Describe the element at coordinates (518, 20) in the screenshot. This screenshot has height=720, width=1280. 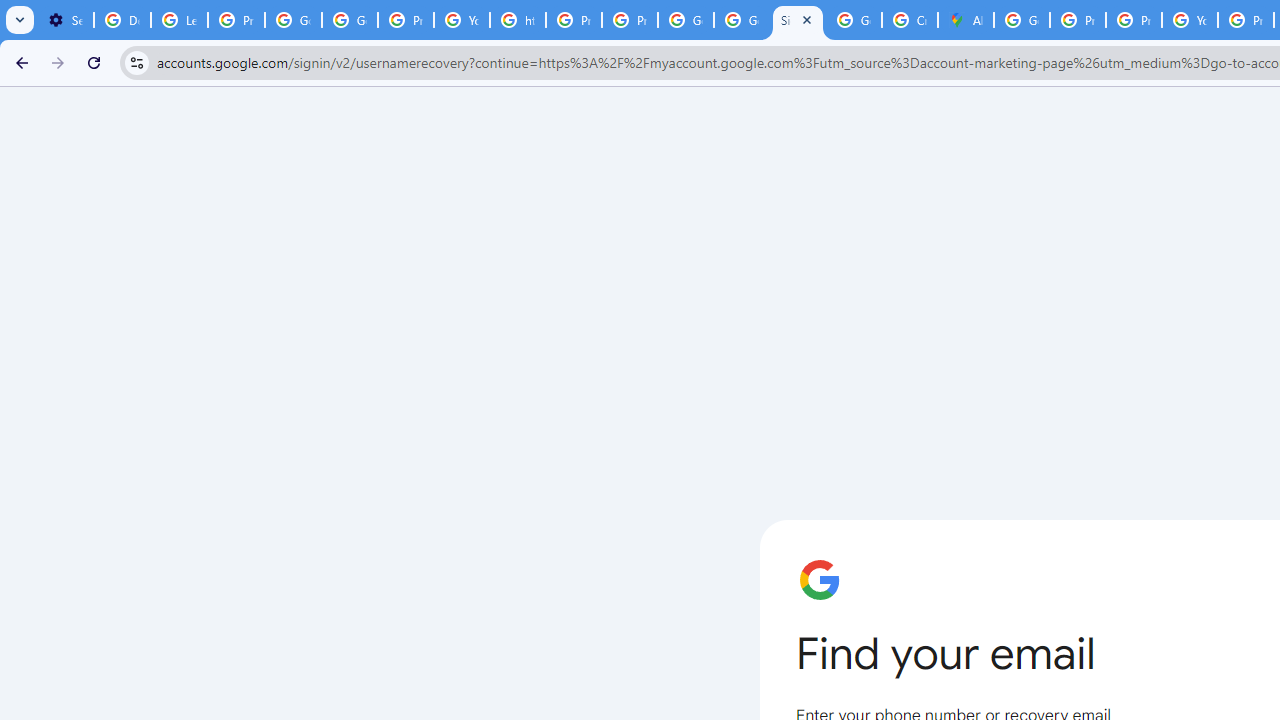
I see `'https://scholar.google.com/'` at that location.